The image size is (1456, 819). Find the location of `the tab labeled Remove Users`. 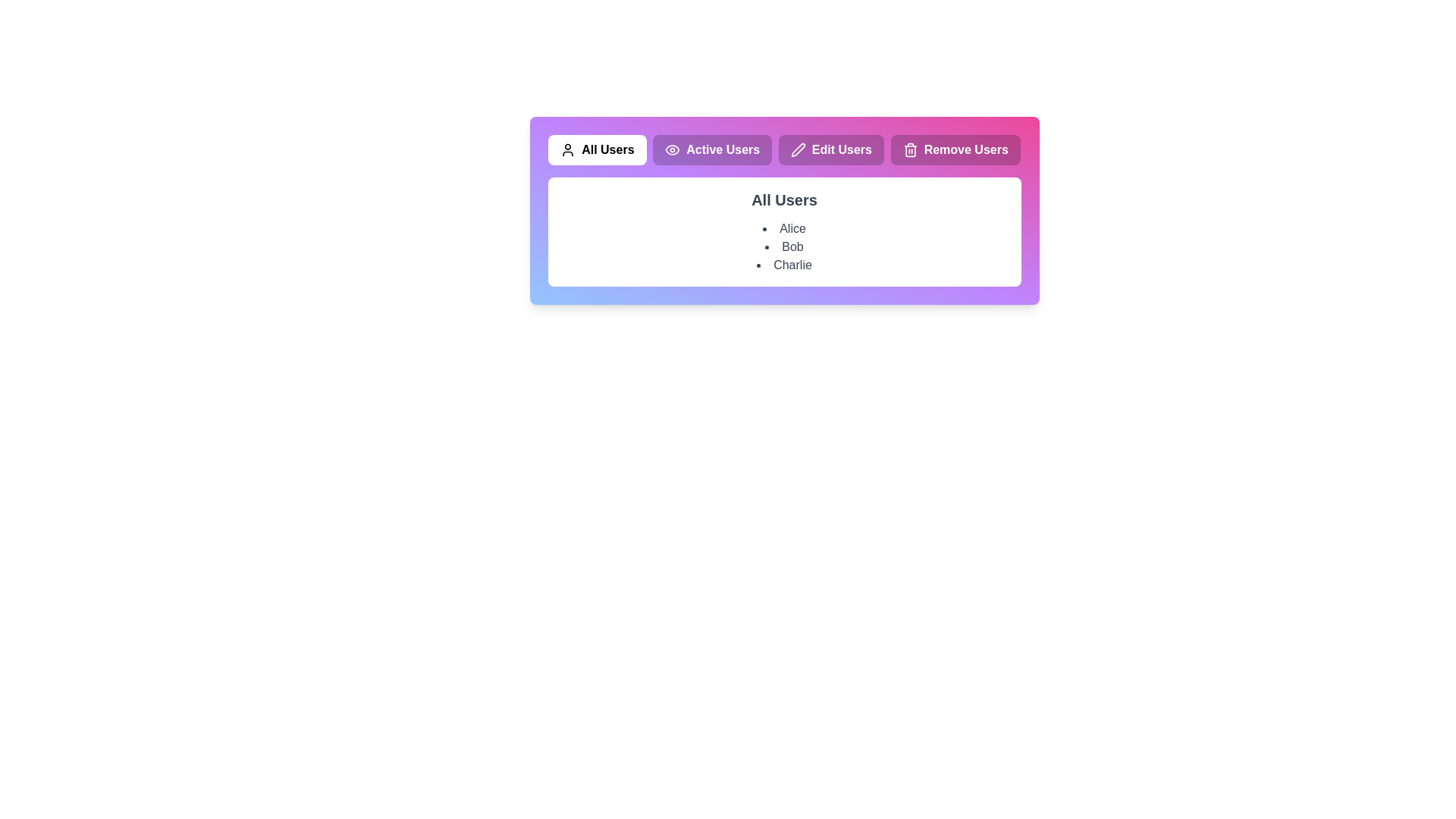

the tab labeled Remove Users is located at coordinates (955, 149).